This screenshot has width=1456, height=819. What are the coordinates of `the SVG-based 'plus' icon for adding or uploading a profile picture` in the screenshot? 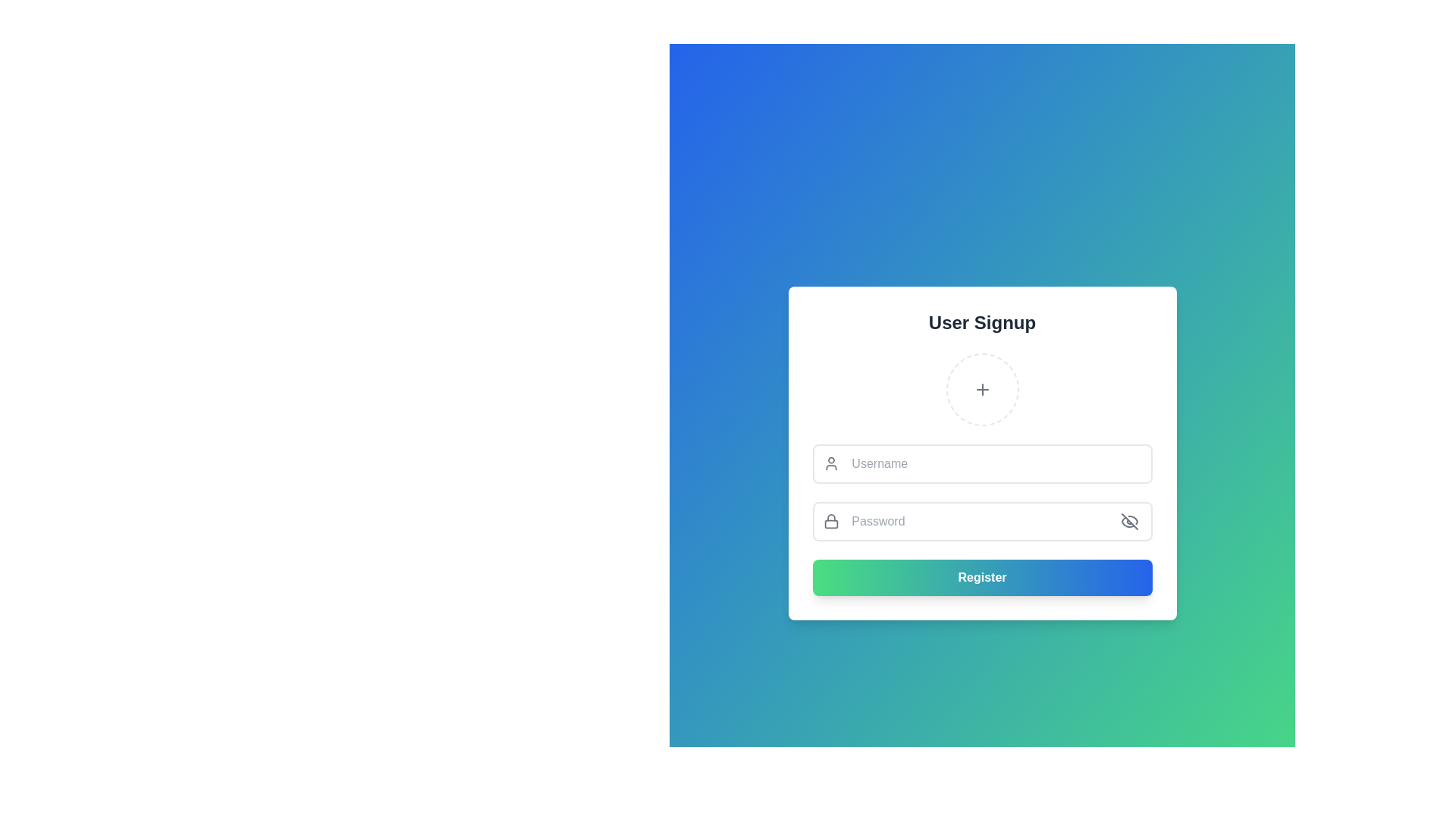 It's located at (982, 388).